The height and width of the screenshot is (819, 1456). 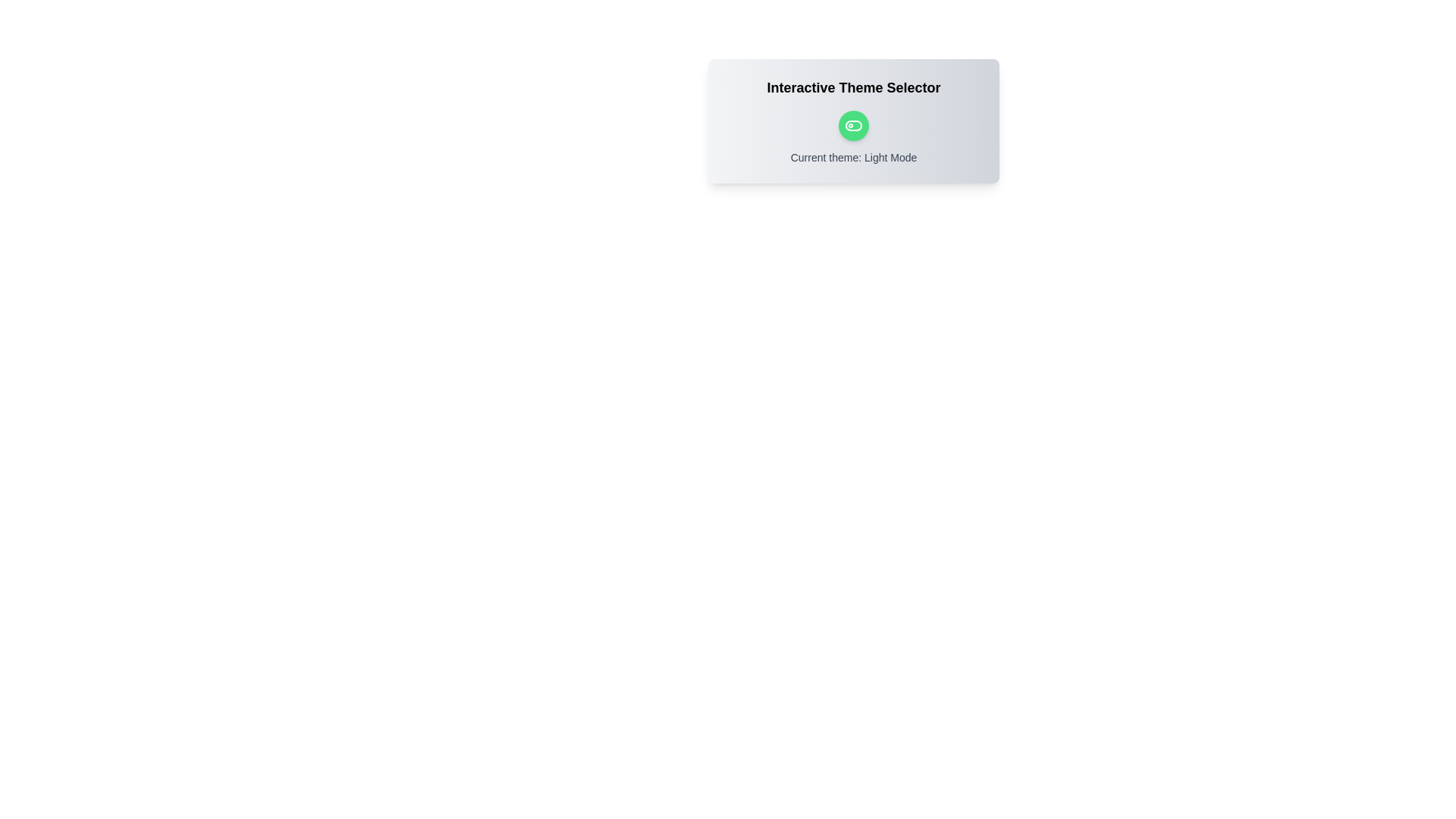 I want to click on the toggle switch that is centrally located in a green circular background, positioned below the title 'Interactive Theme Selector' and above the subtitle 'Current theme: Light Mode', so click(x=854, y=124).